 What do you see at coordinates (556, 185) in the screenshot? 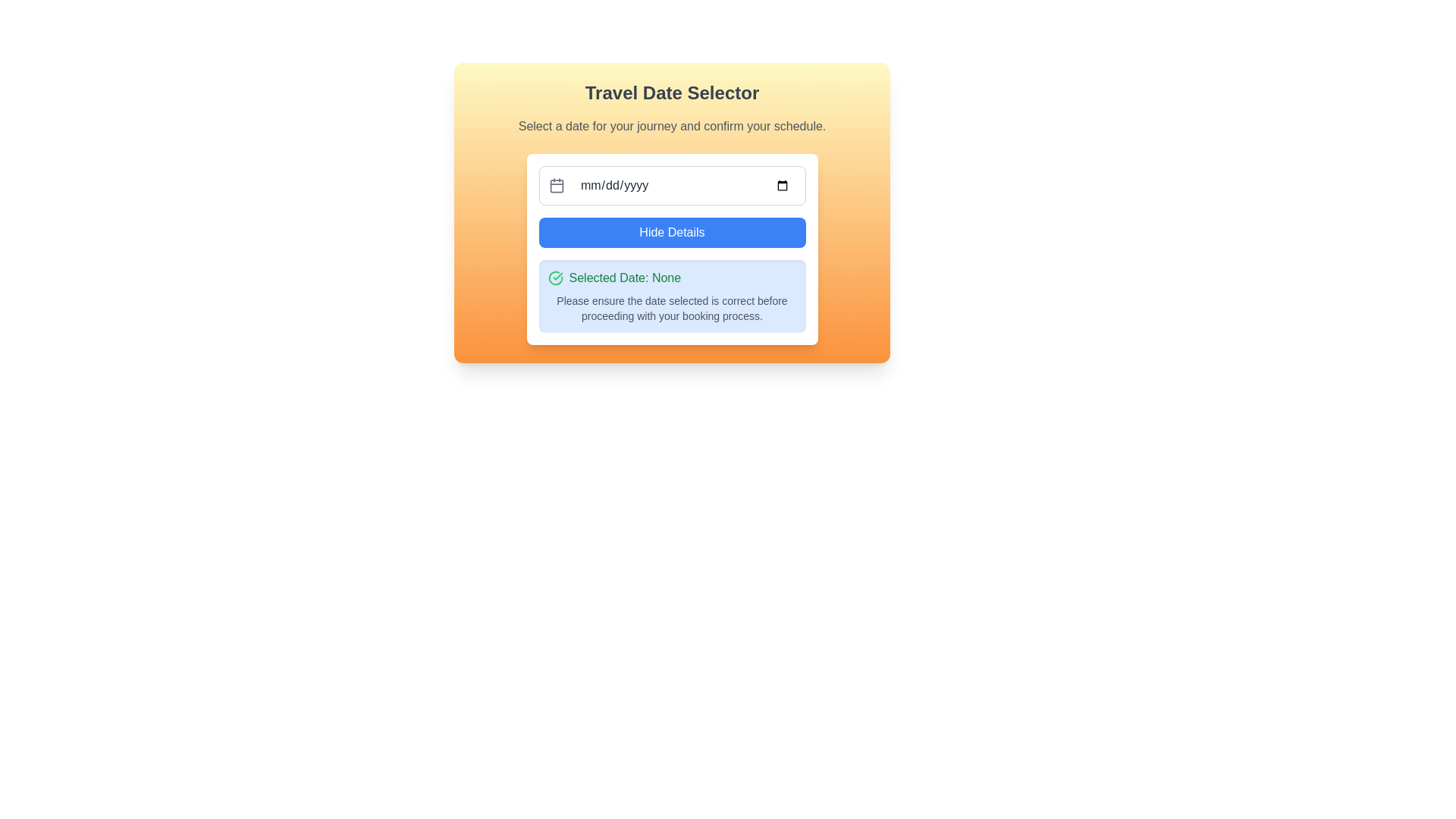
I see `the gray calendar icon, which is positioned at the far left of the date input section` at bounding box center [556, 185].